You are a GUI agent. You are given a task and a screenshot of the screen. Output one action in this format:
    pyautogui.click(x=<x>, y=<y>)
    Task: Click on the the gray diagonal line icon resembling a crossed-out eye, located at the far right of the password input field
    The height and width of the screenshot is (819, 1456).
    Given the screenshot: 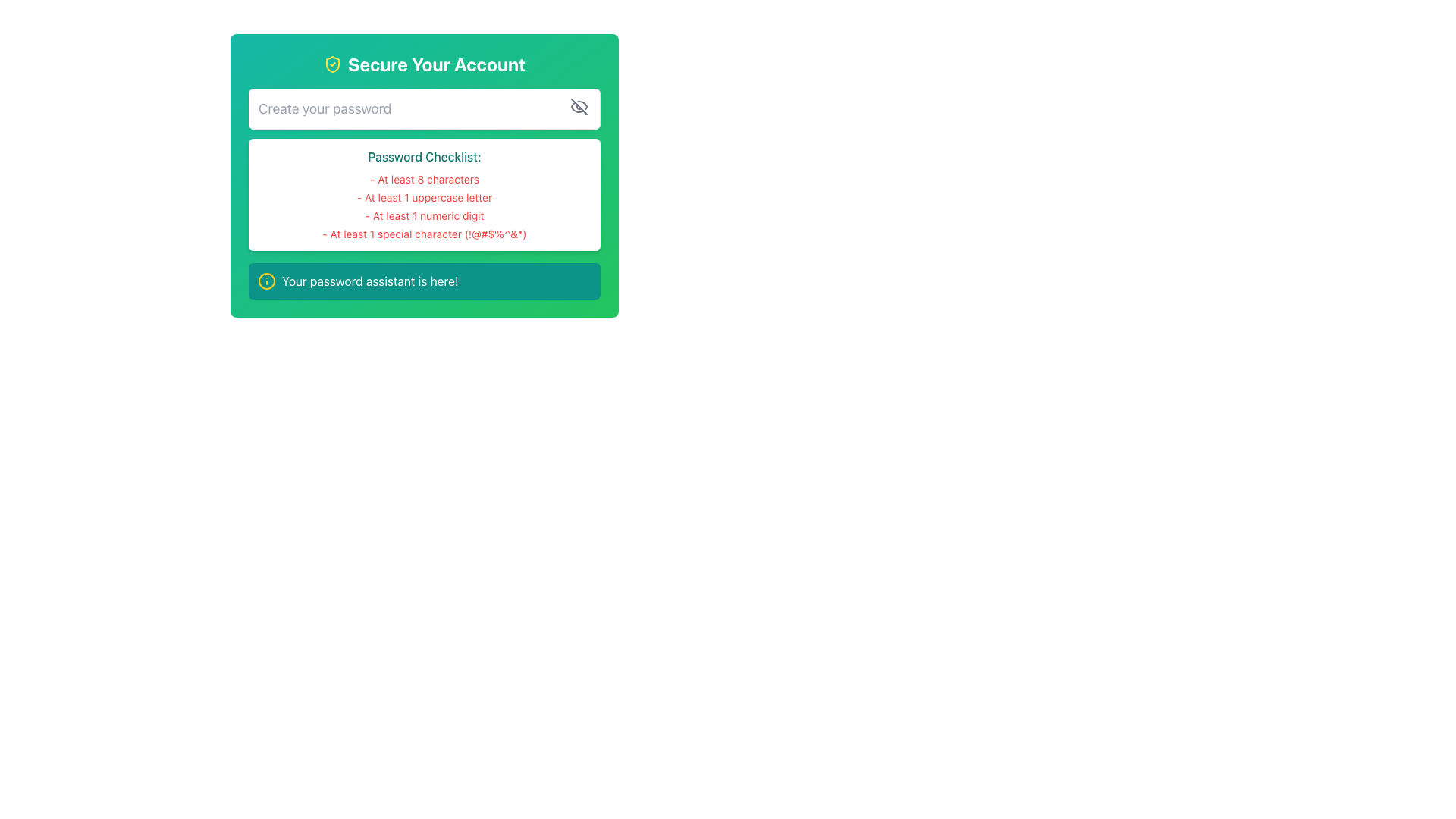 What is the action you would take?
    pyautogui.click(x=578, y=106)
    